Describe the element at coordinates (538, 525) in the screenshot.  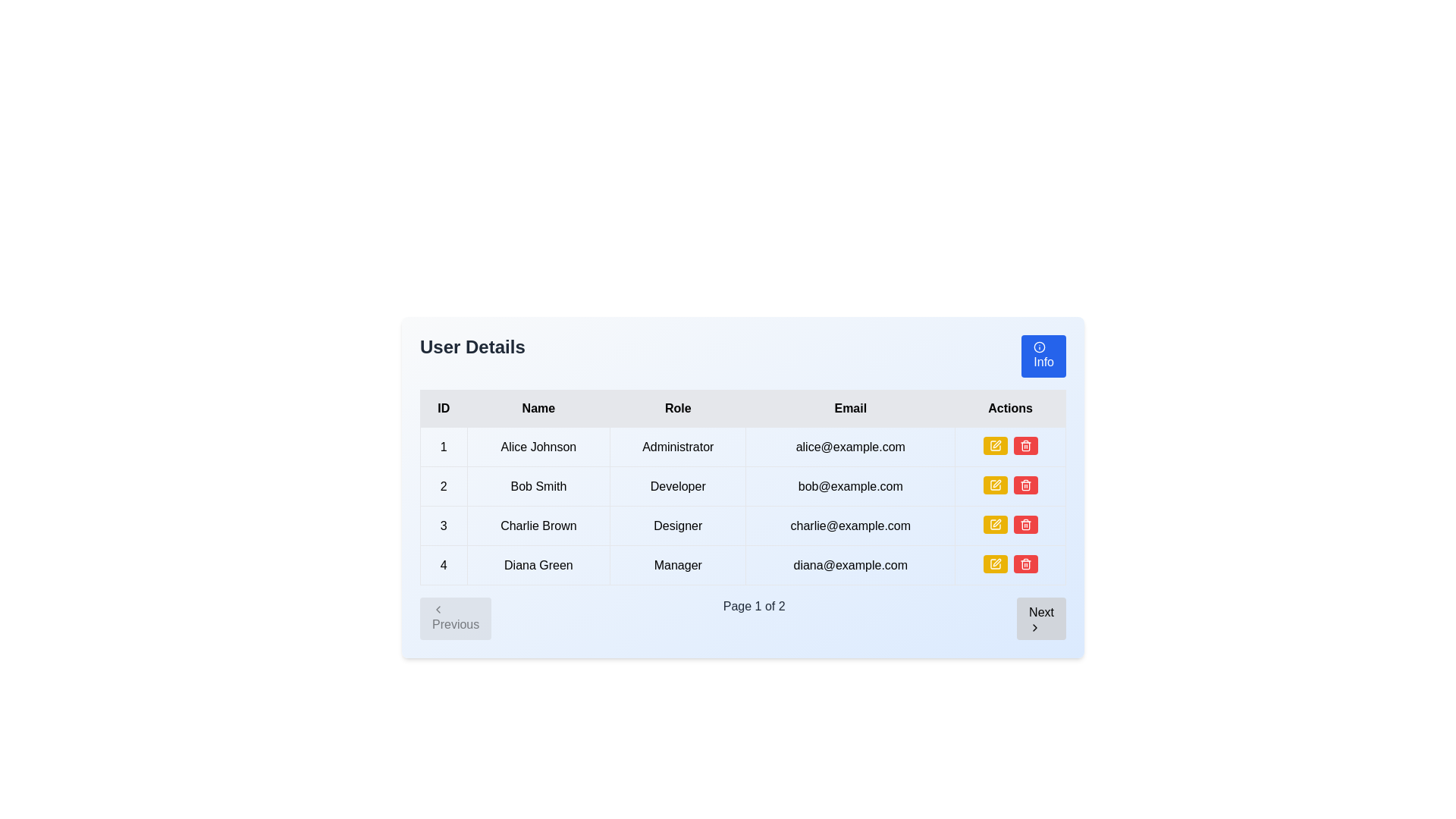
I see `the Text Label displaying the user's name located in the third row of the table, under the 'Name' column, adjacent to the 'ID' column containing '3' and the 'Role' column containing 'Designer'` at that location.